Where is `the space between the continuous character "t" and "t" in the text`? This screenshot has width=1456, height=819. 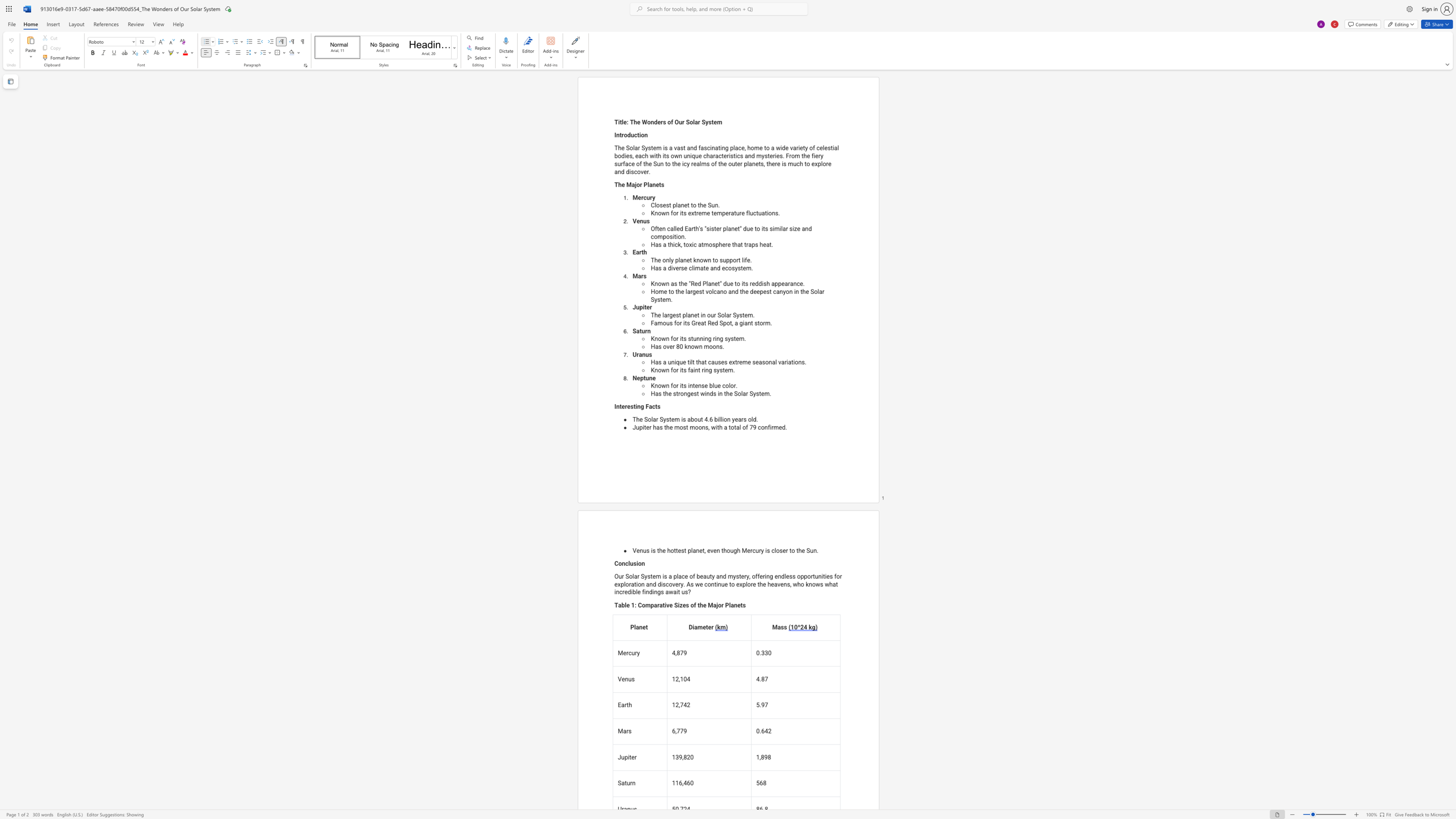
the space between the continuous character "t" and "t" in the text is located at coordinates (675, 551).